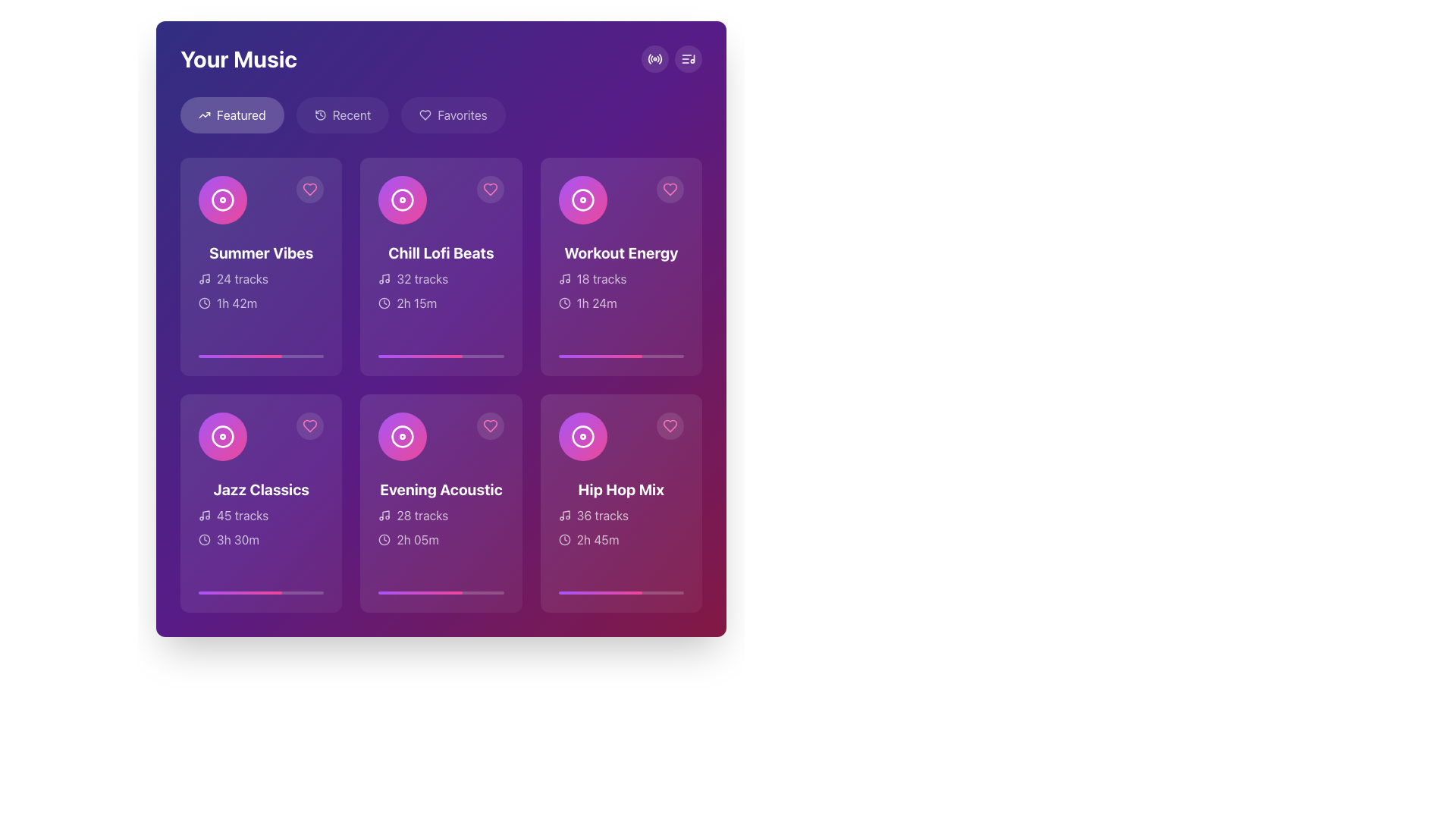 The height and width of the screenshot is (819, 1456). Describe the element at coordinates (403, 436) in the screenshot. I see `the graphical music disc icon representing the 'Evening Acoustic' album cover` at that location.